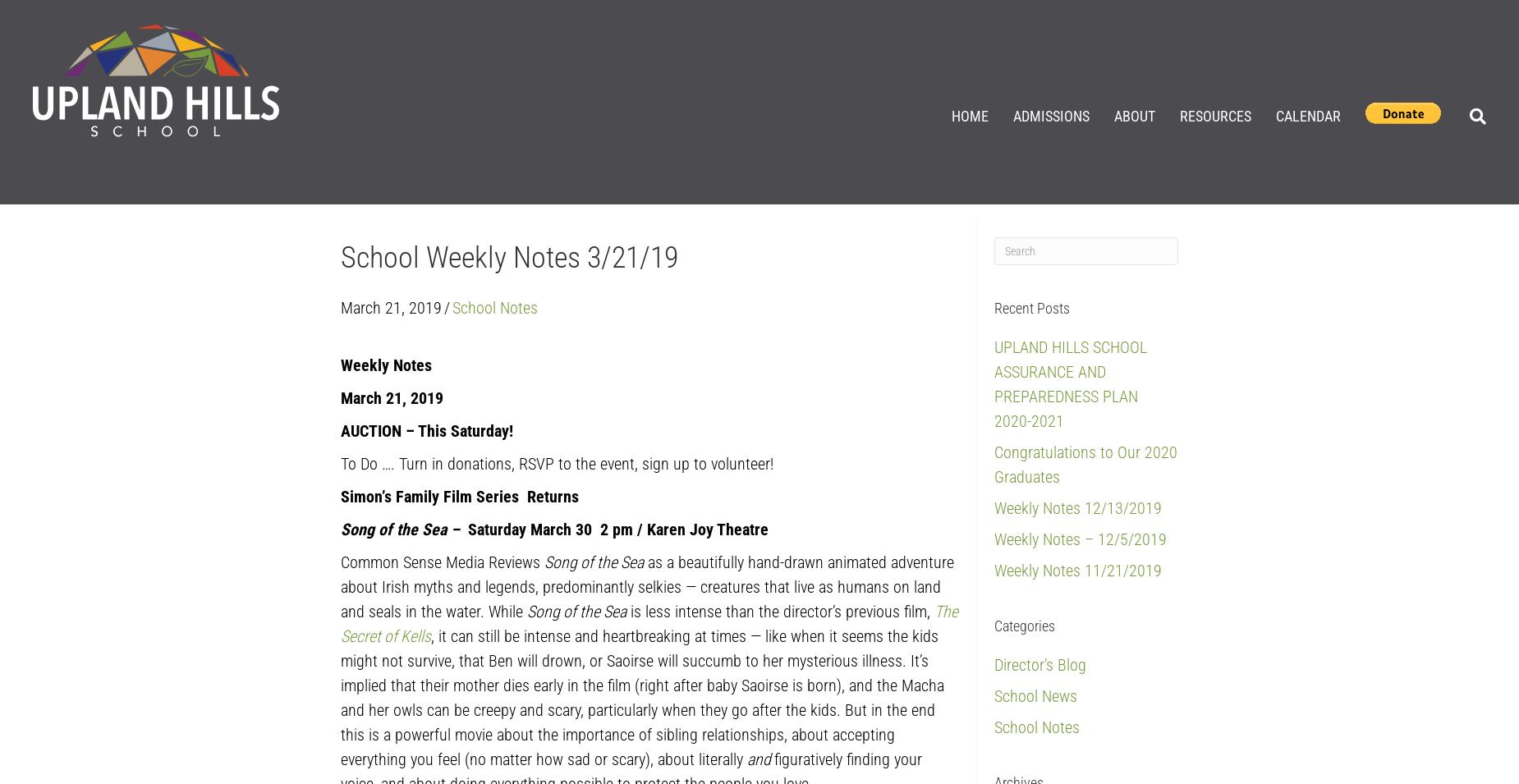 This screenshot has width=1519, height=784. Describe the element at coordinates (339, 585) in the screenshot. I see `'as a beautifully hand-drawn animated adventure about Irish myths and legends, predominantly selkies — creatures that live as humans on land and seals in the water. While'` at that location.